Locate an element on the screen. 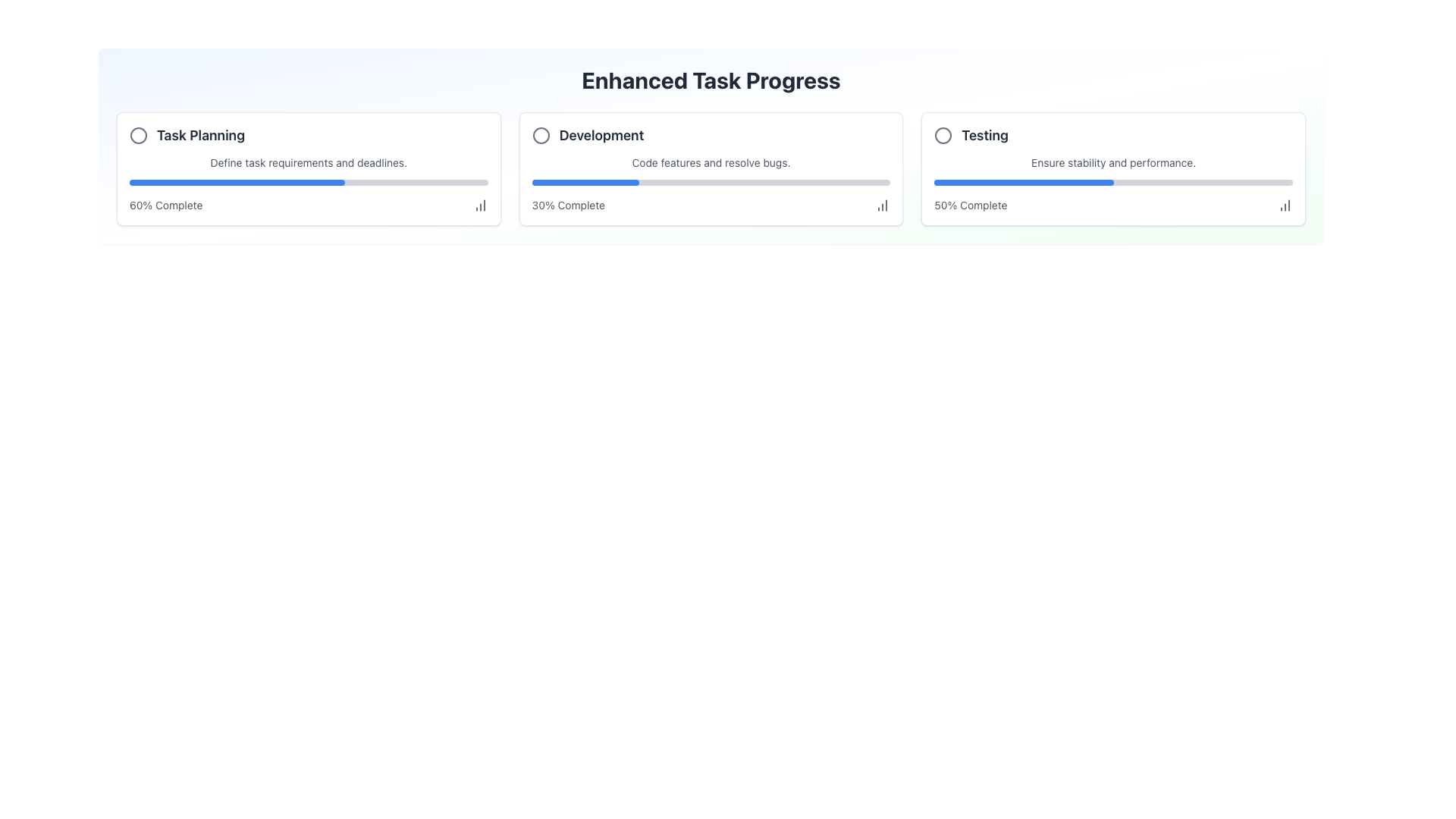 Image resolution: width=1456 pixels, height=819 pixels. text of the Text Label element that displays 'Task Planning', which is styled in bold and dark gray, located within the first card of horizontally aligned cards is located at coordinates (199, 134).